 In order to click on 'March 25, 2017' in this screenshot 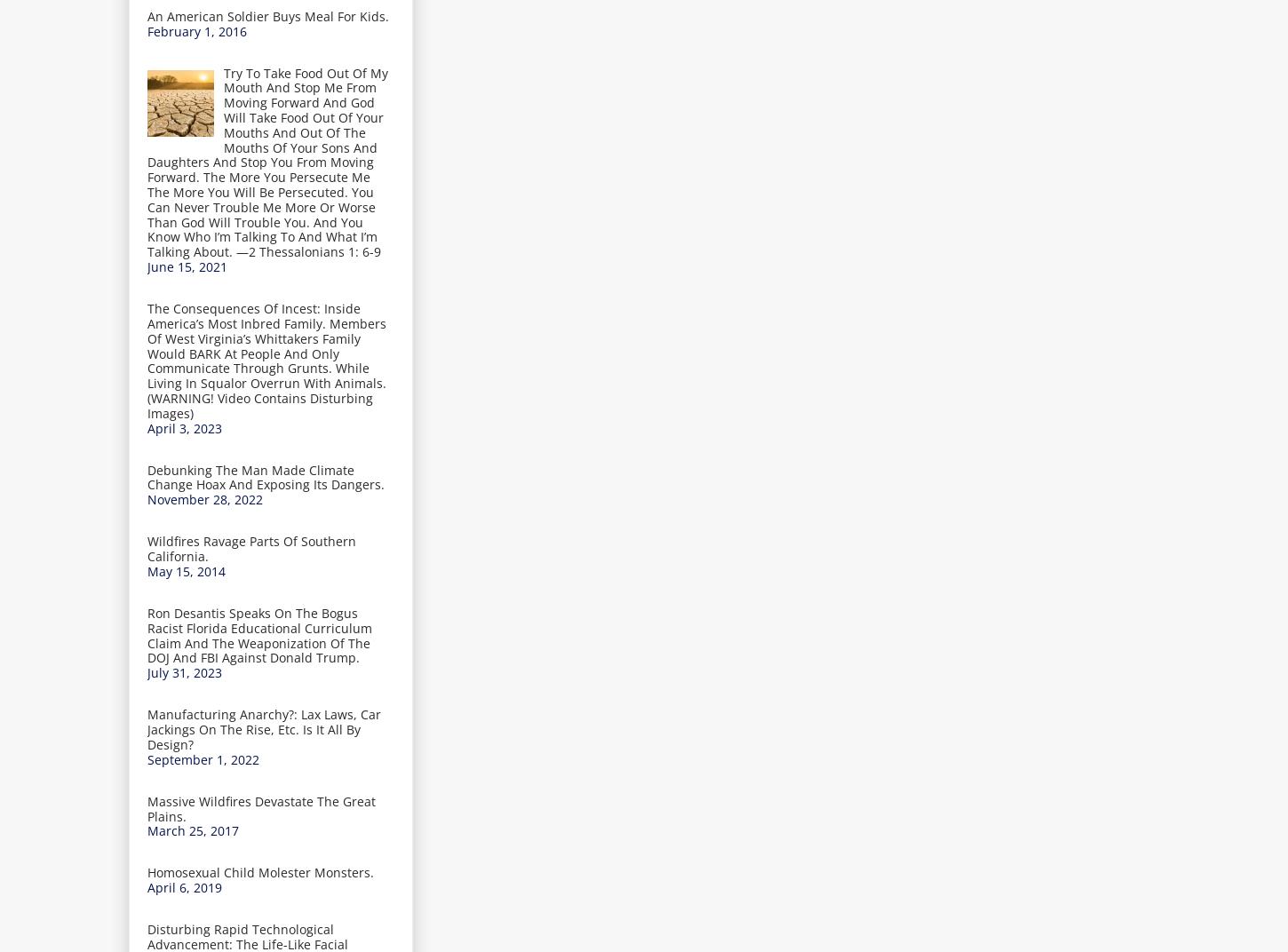, I will do `click(192, 830)`.